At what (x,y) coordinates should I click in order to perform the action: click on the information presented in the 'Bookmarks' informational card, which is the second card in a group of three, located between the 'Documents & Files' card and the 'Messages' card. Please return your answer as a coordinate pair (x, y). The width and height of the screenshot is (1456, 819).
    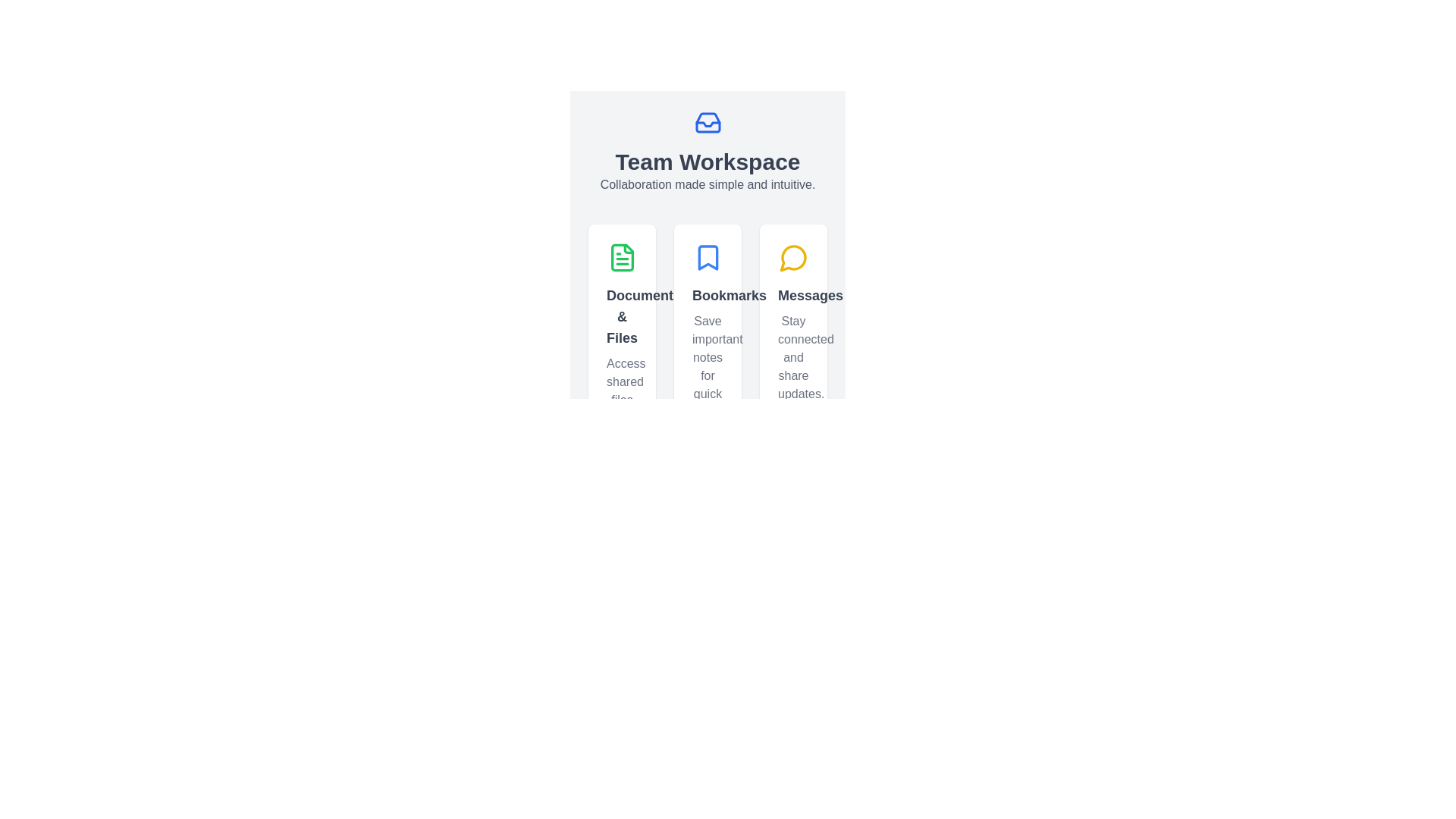
    Looking at the image, I should click on (707, 371).